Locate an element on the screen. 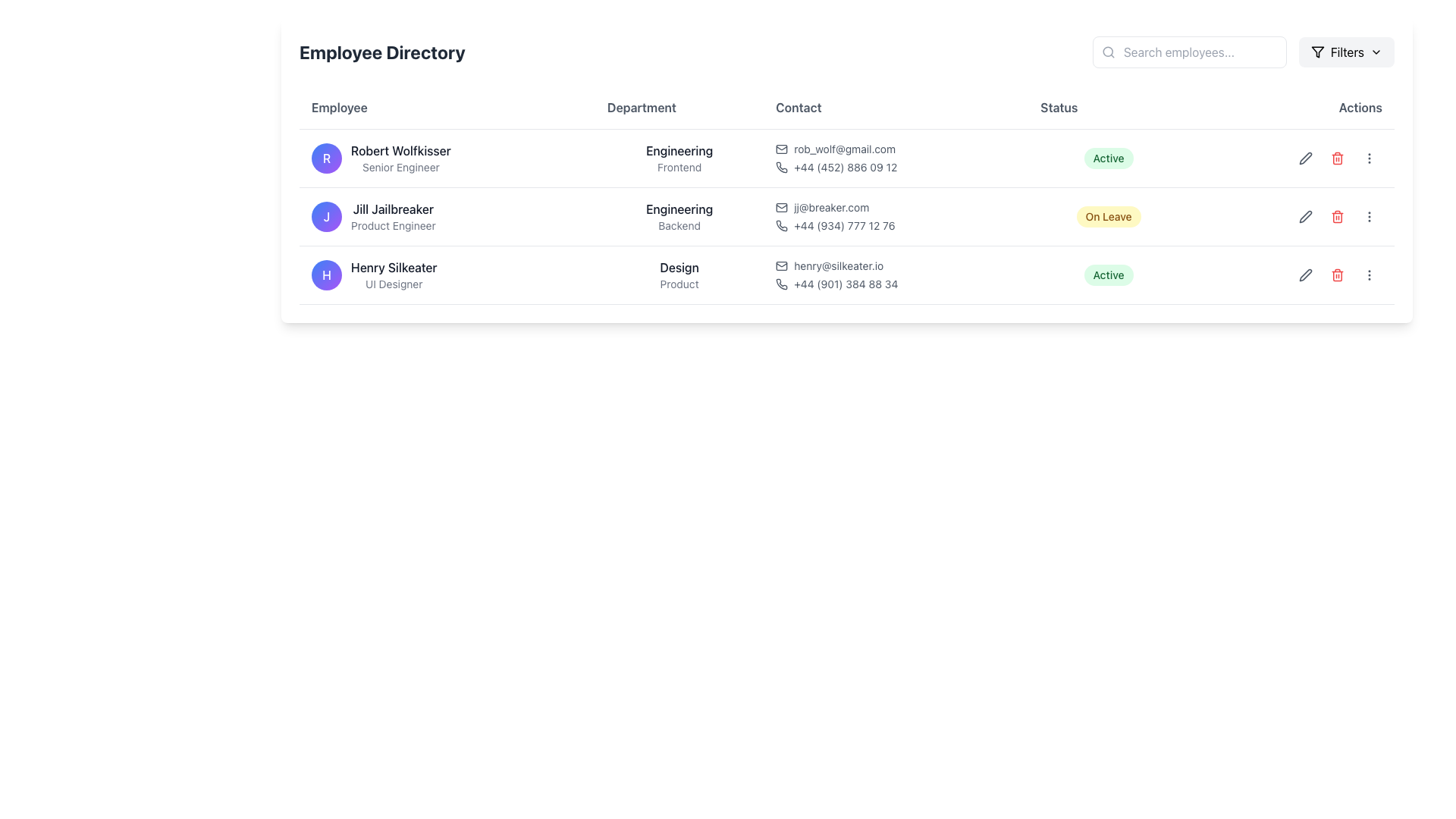  the Status badge indicating 'Active' for the employee 'Henry Silkeater' located in the third row of the employee directory table is located at coordinates (1109, 275).